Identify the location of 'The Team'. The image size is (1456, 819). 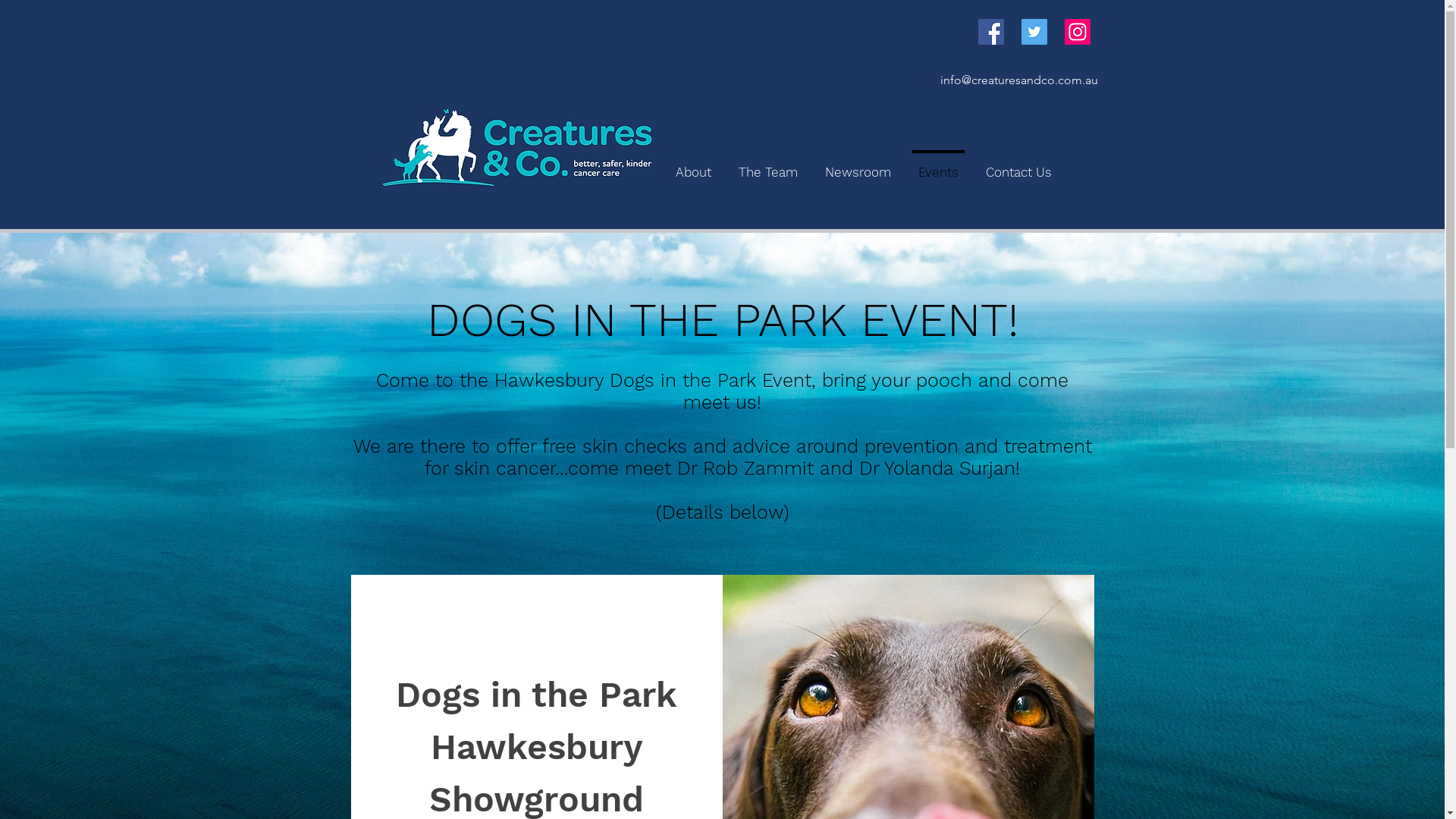
(767, 165).